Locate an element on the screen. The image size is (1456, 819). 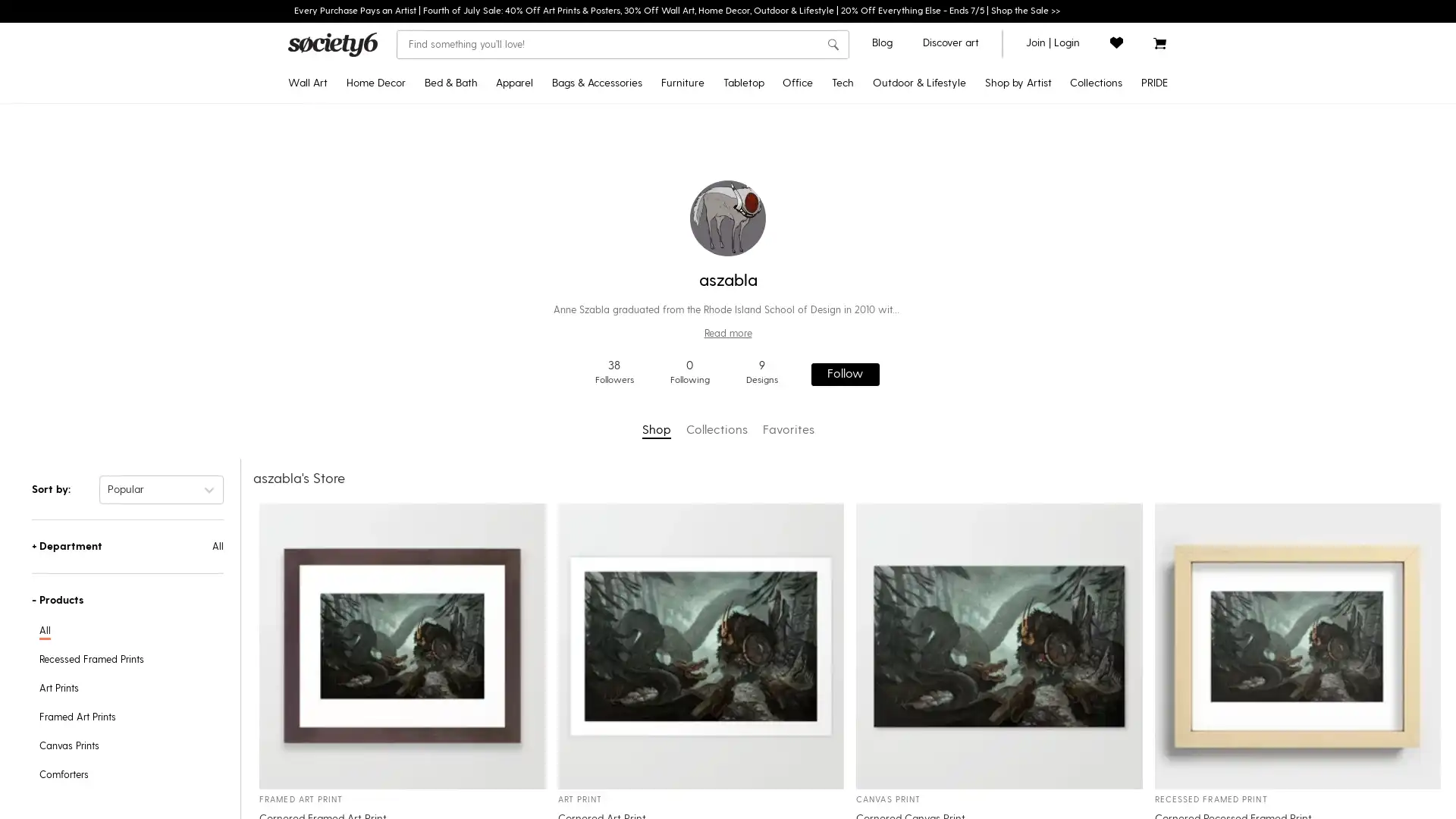
Android Wallet Cases is located at coordinates (896, 194).